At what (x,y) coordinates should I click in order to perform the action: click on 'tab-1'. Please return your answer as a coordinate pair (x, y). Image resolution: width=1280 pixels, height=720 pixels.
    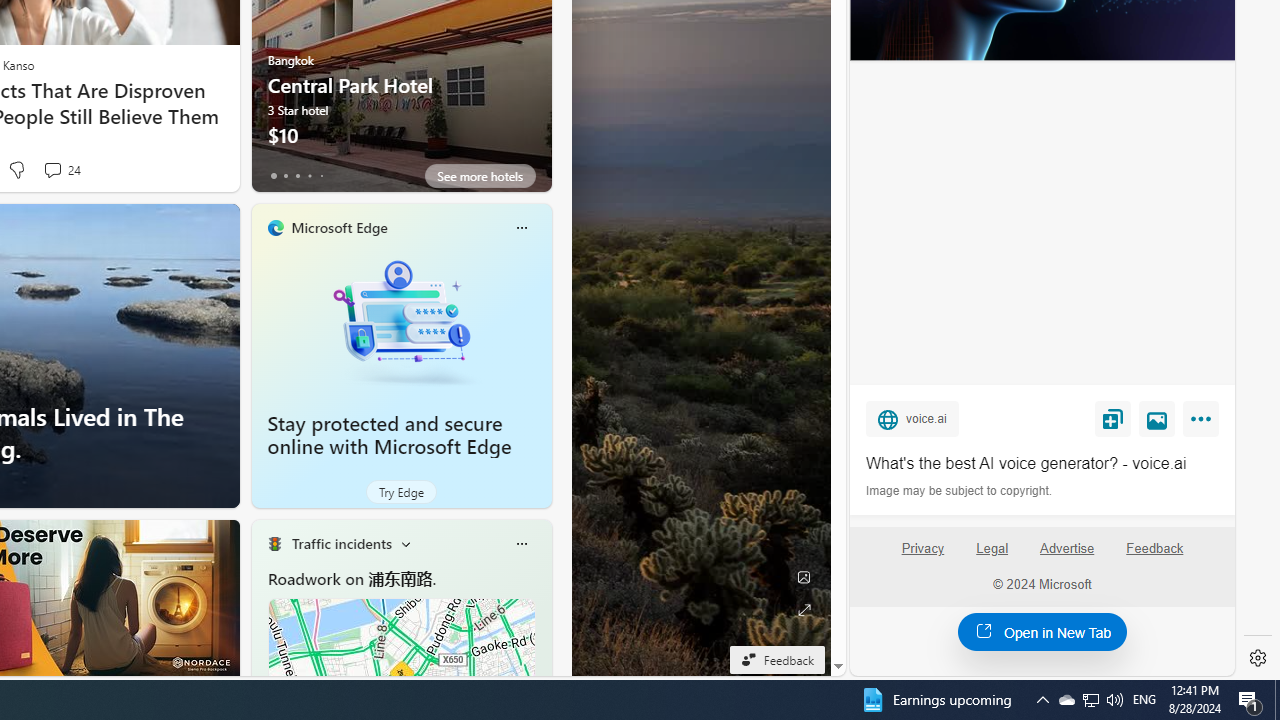
    Looking at the image, I should click on (284, 175).